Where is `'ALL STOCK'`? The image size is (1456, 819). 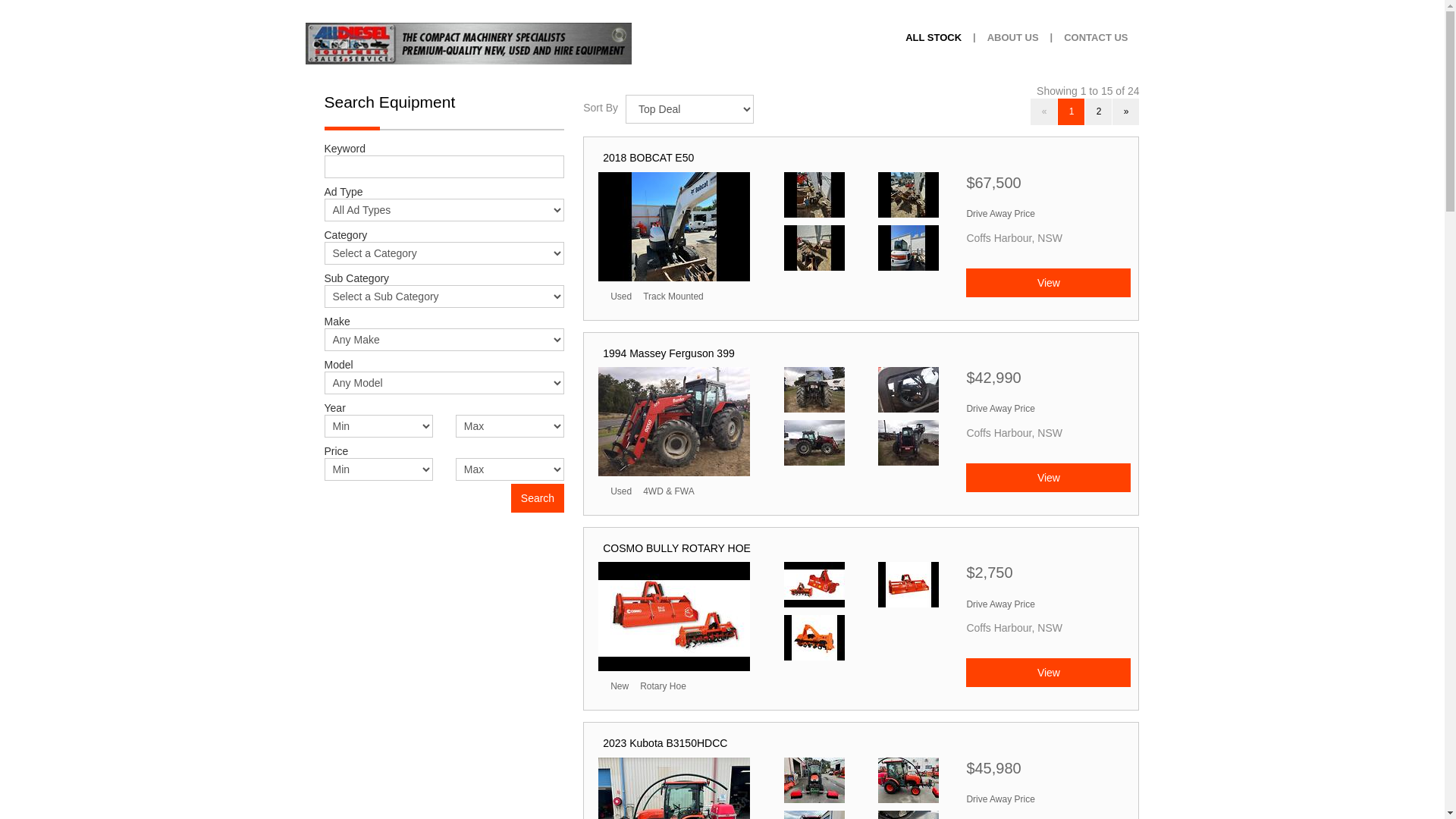
'ALL STOCK' is located at coordinates (932, 37).